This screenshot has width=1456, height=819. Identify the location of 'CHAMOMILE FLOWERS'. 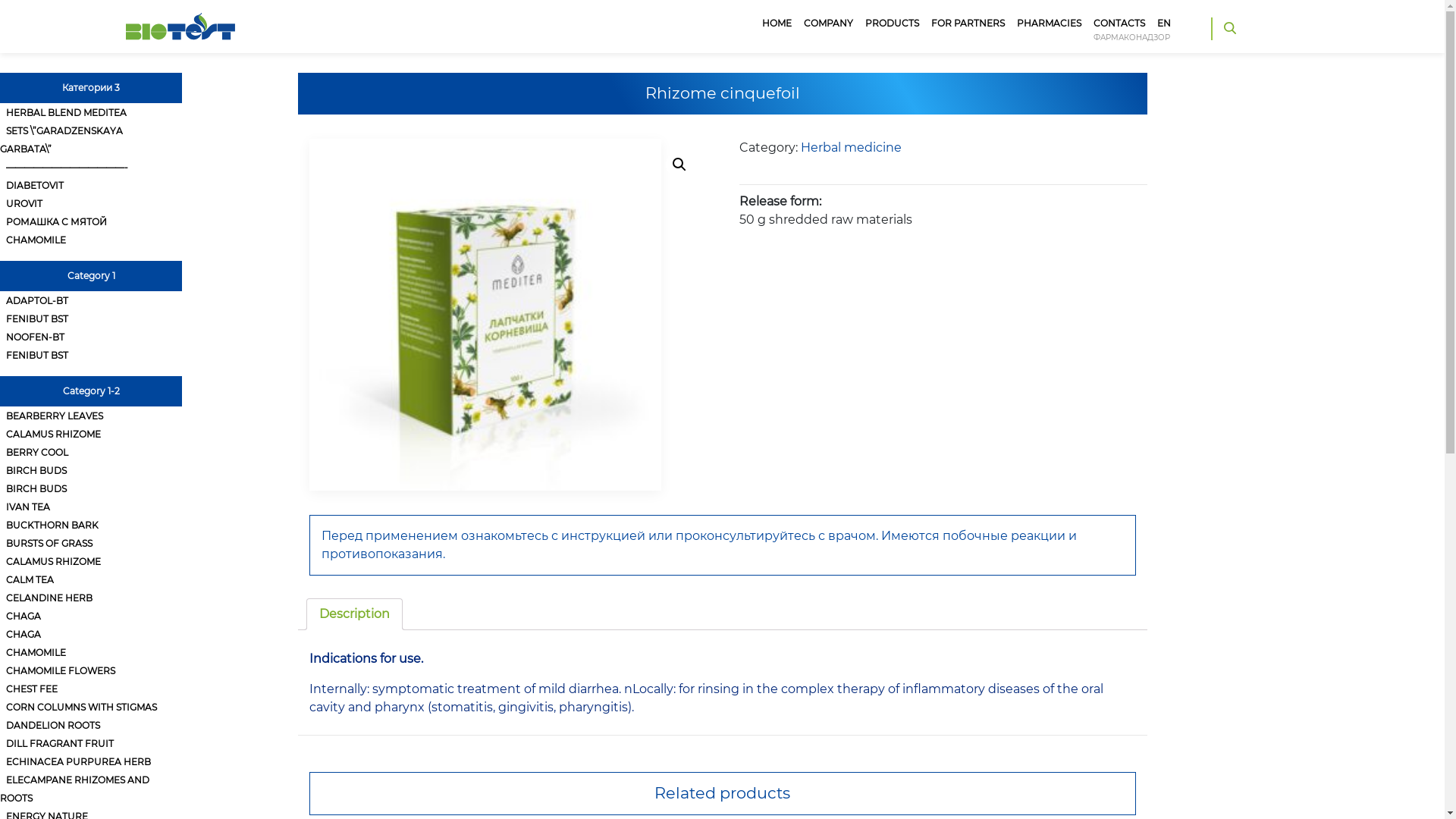
(0, 670).